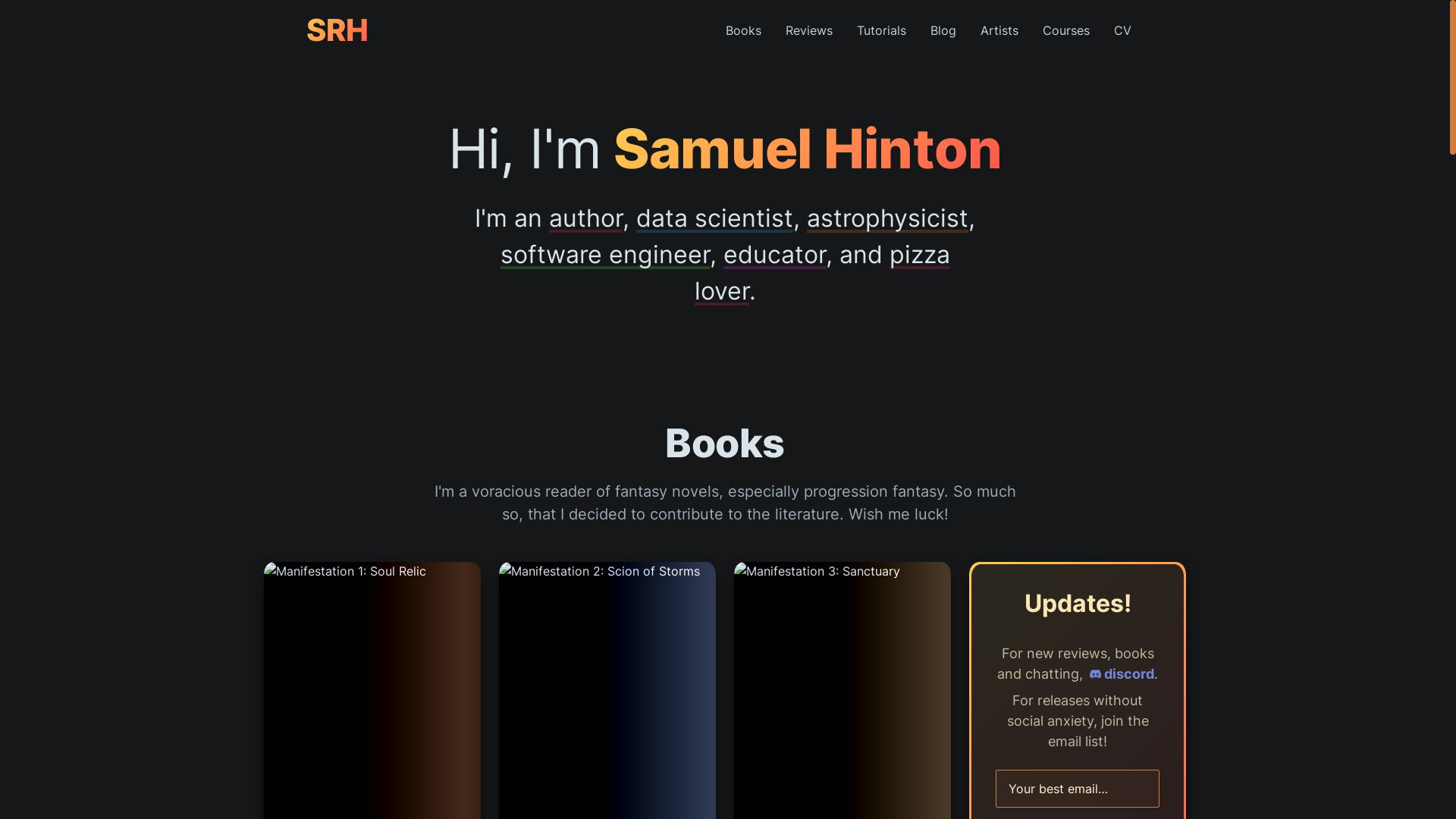 The height and width of the screenshot is (819, 1456). I want to click on 'author', so click(585, 218).